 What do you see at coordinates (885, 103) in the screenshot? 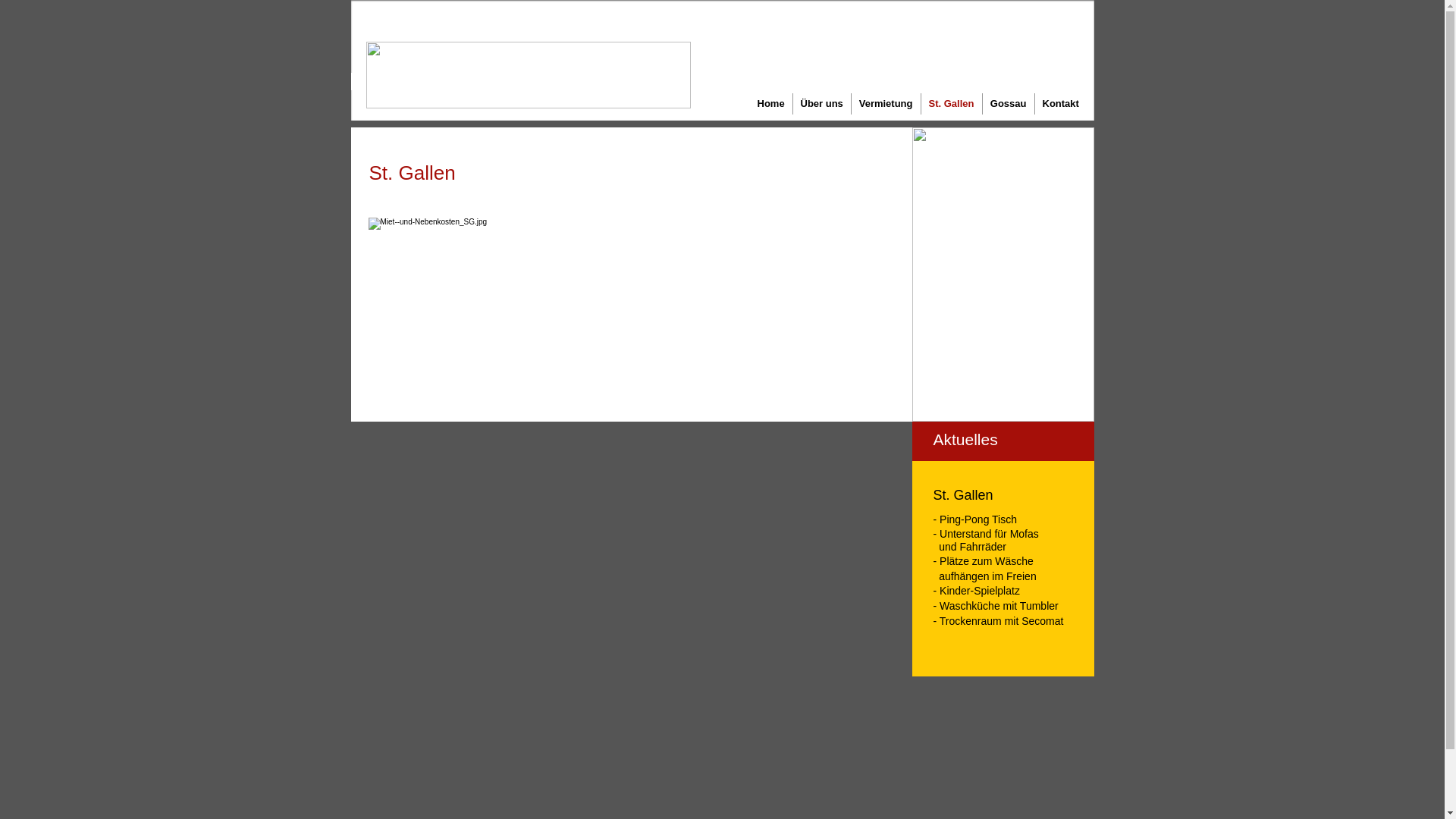
I see `'Vermietung'` at bounding box center [885, 103].